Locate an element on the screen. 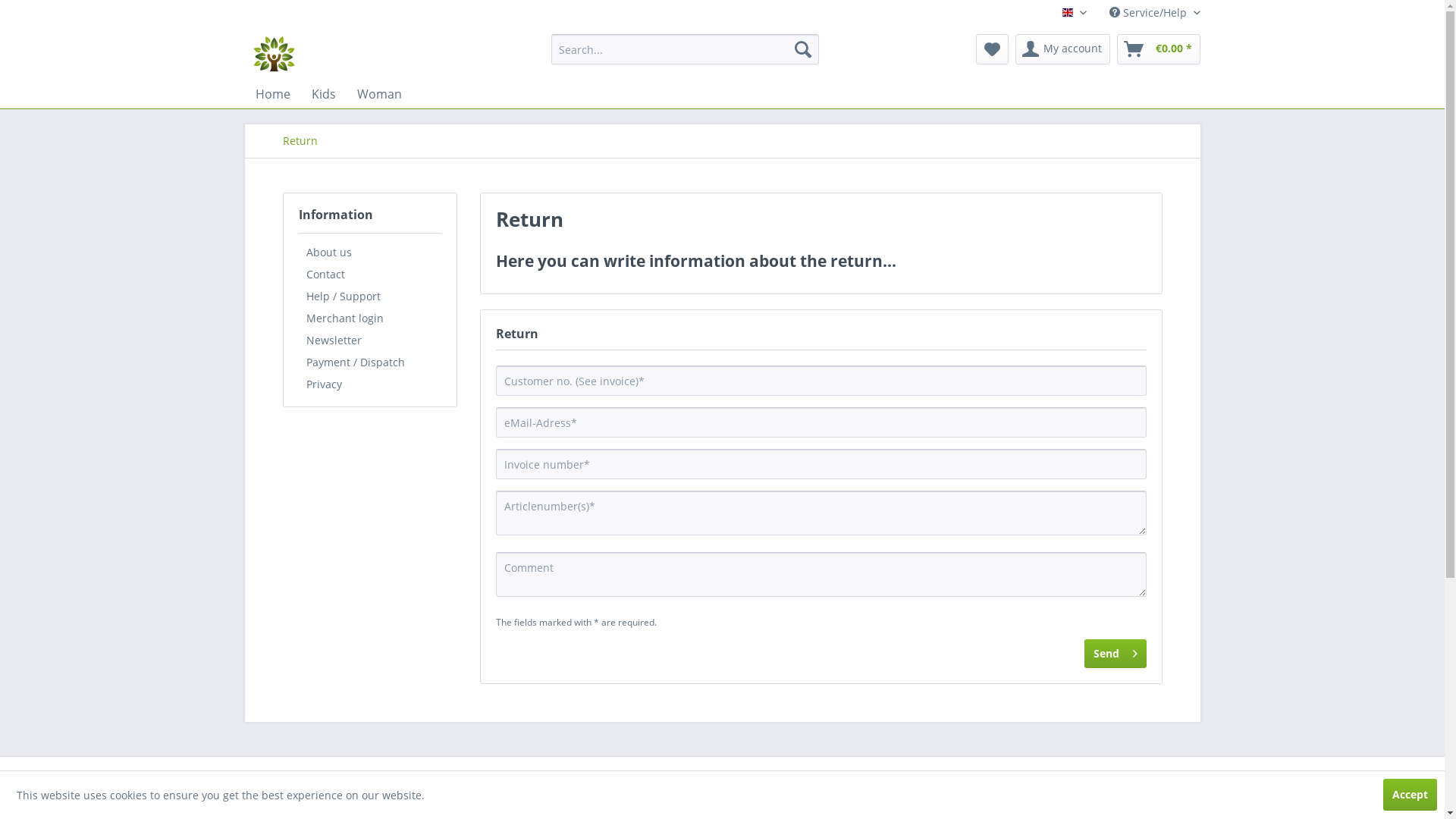  'Woman' is located at coordinates (378, 93).